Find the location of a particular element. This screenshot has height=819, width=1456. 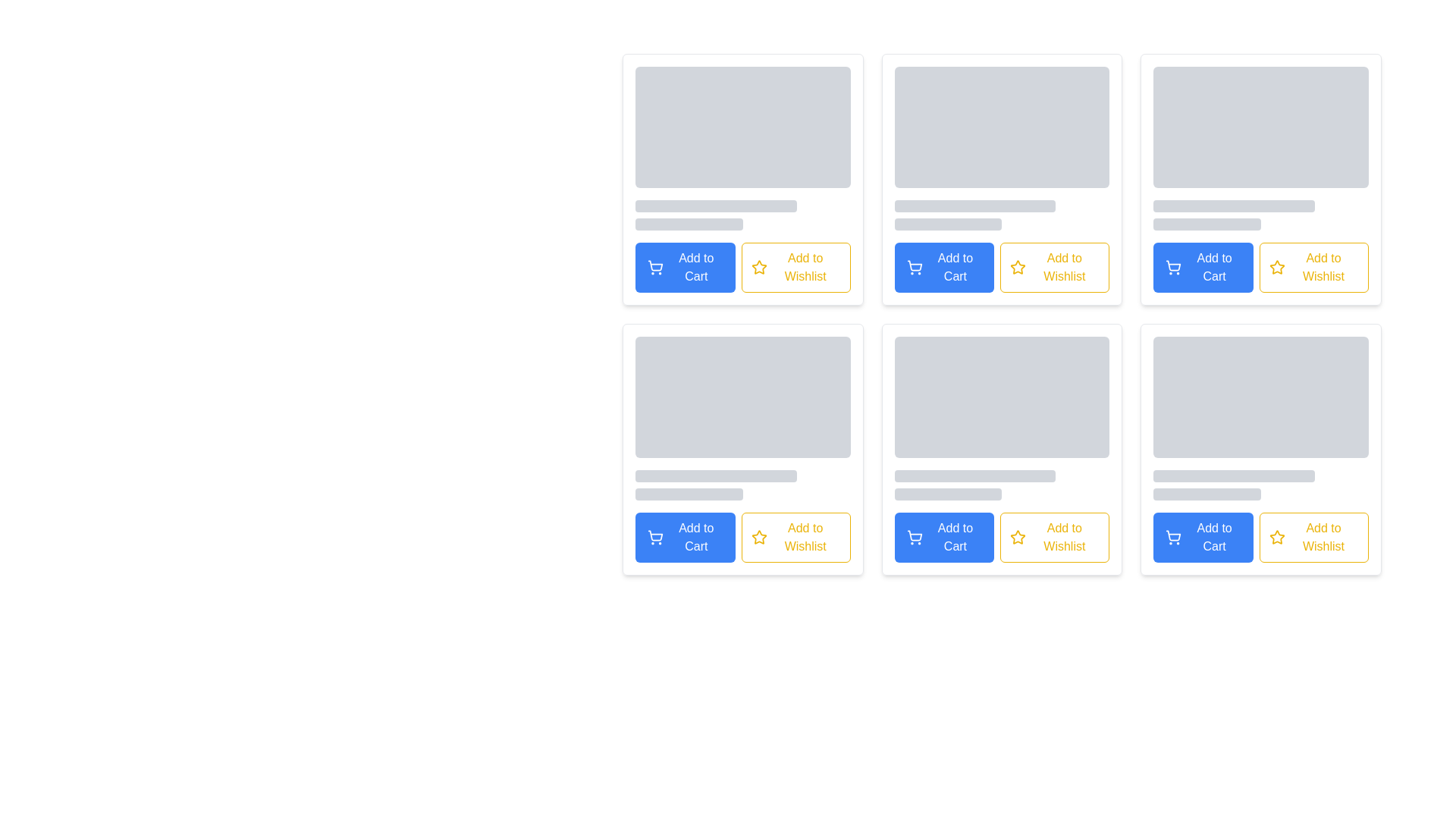

item description displayed on the product tile located in the second row and second column of the grid layout is located at coordinates (1002, 449).